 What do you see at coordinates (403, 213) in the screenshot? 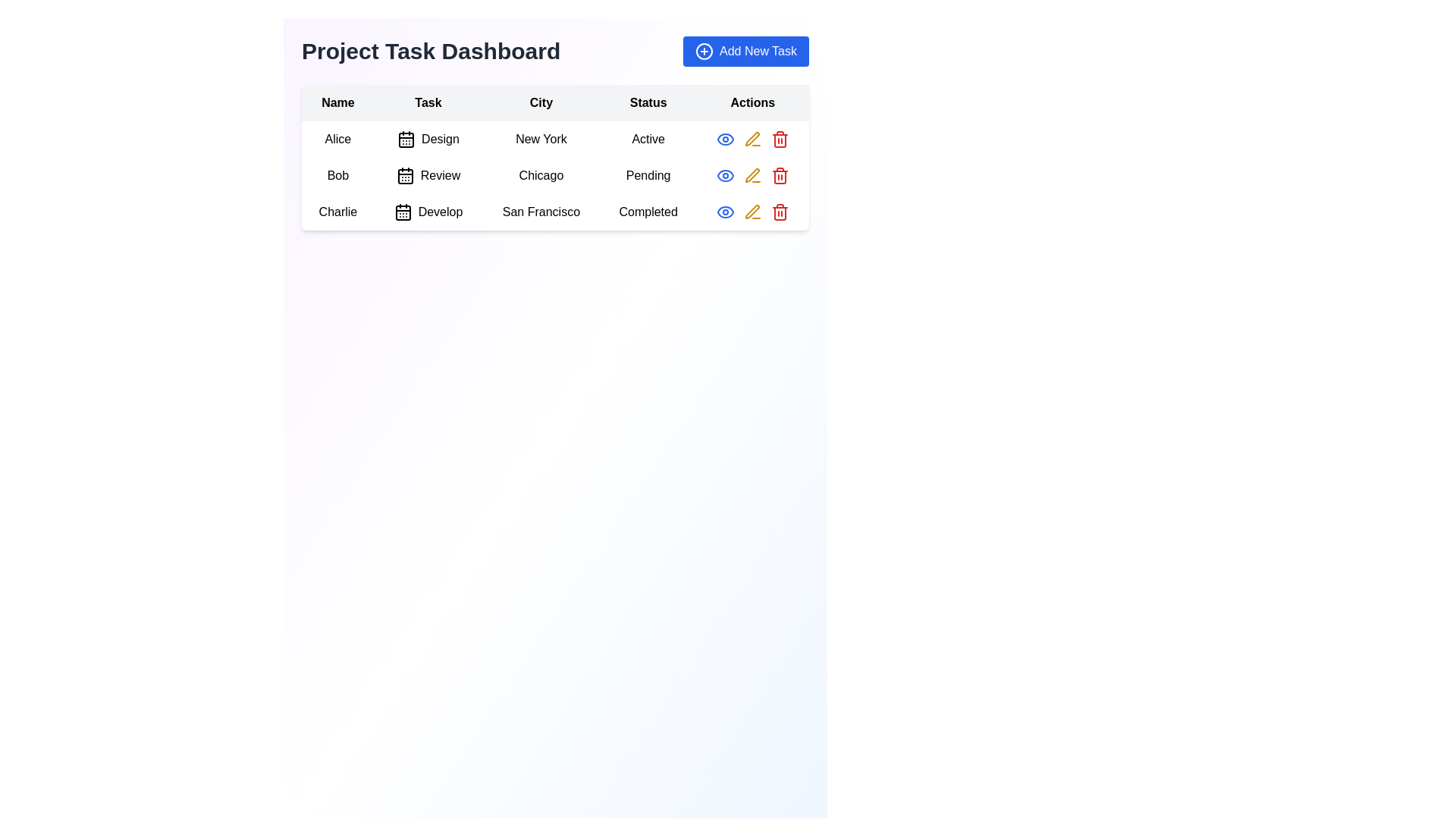
I see `the decorative calendar icon located in the 'Task' column for the 'Charlie' row` at bounding box center [403, 213].